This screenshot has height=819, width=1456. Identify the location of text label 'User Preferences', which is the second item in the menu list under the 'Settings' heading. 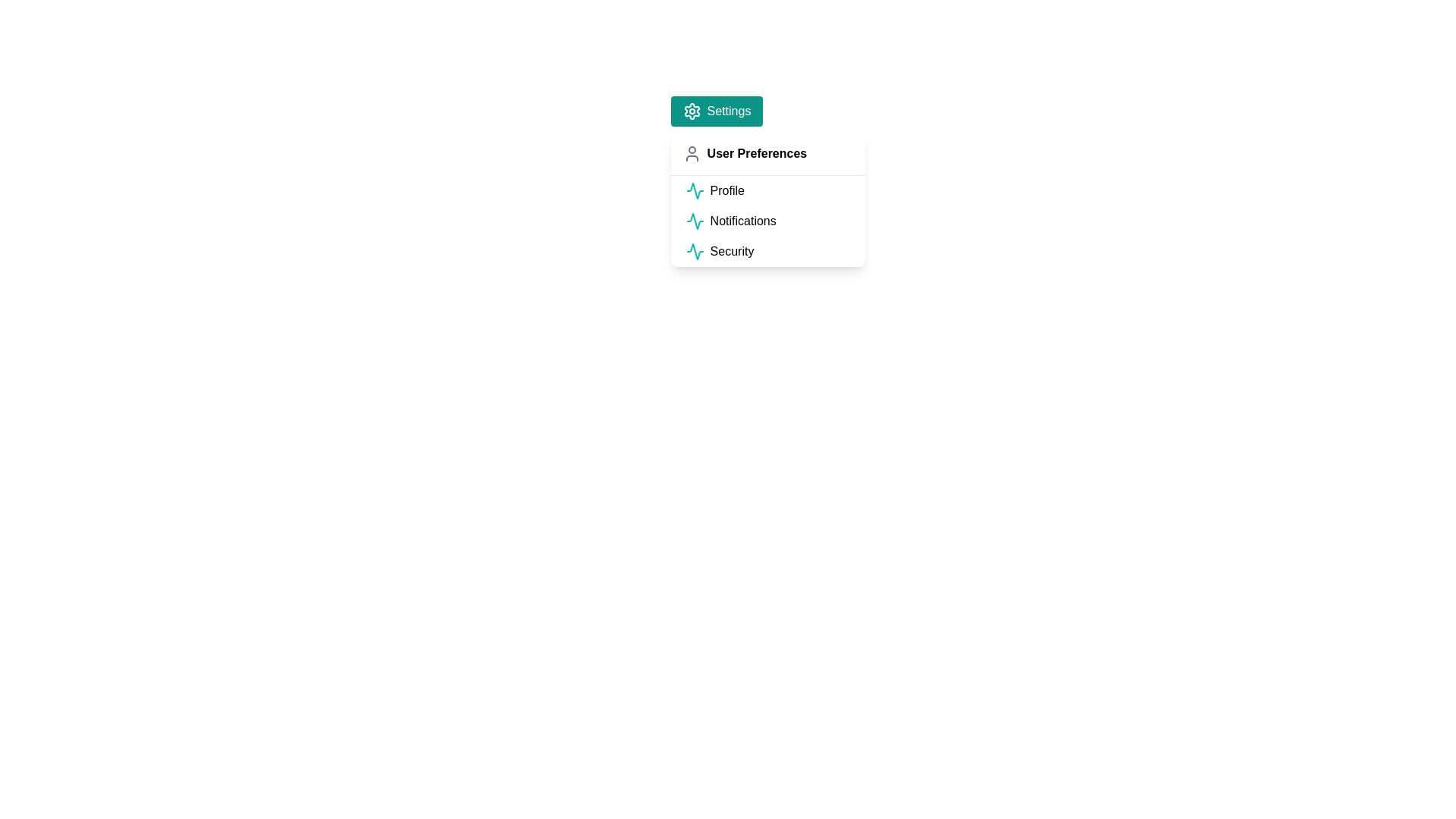
(757, 154).